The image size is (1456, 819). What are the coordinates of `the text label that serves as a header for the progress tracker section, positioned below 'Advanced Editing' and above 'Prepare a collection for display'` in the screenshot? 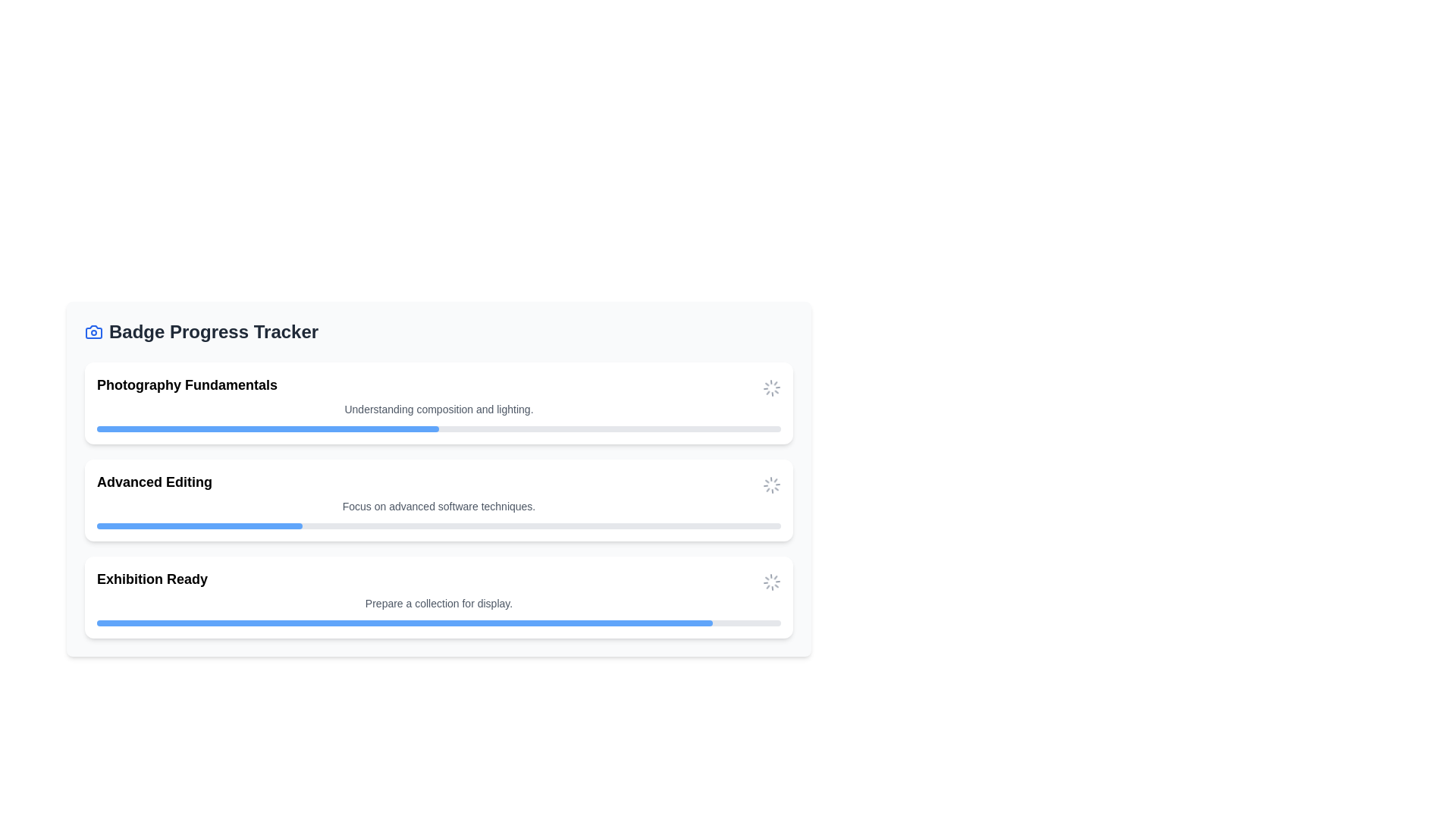 It's located at (152, 579).